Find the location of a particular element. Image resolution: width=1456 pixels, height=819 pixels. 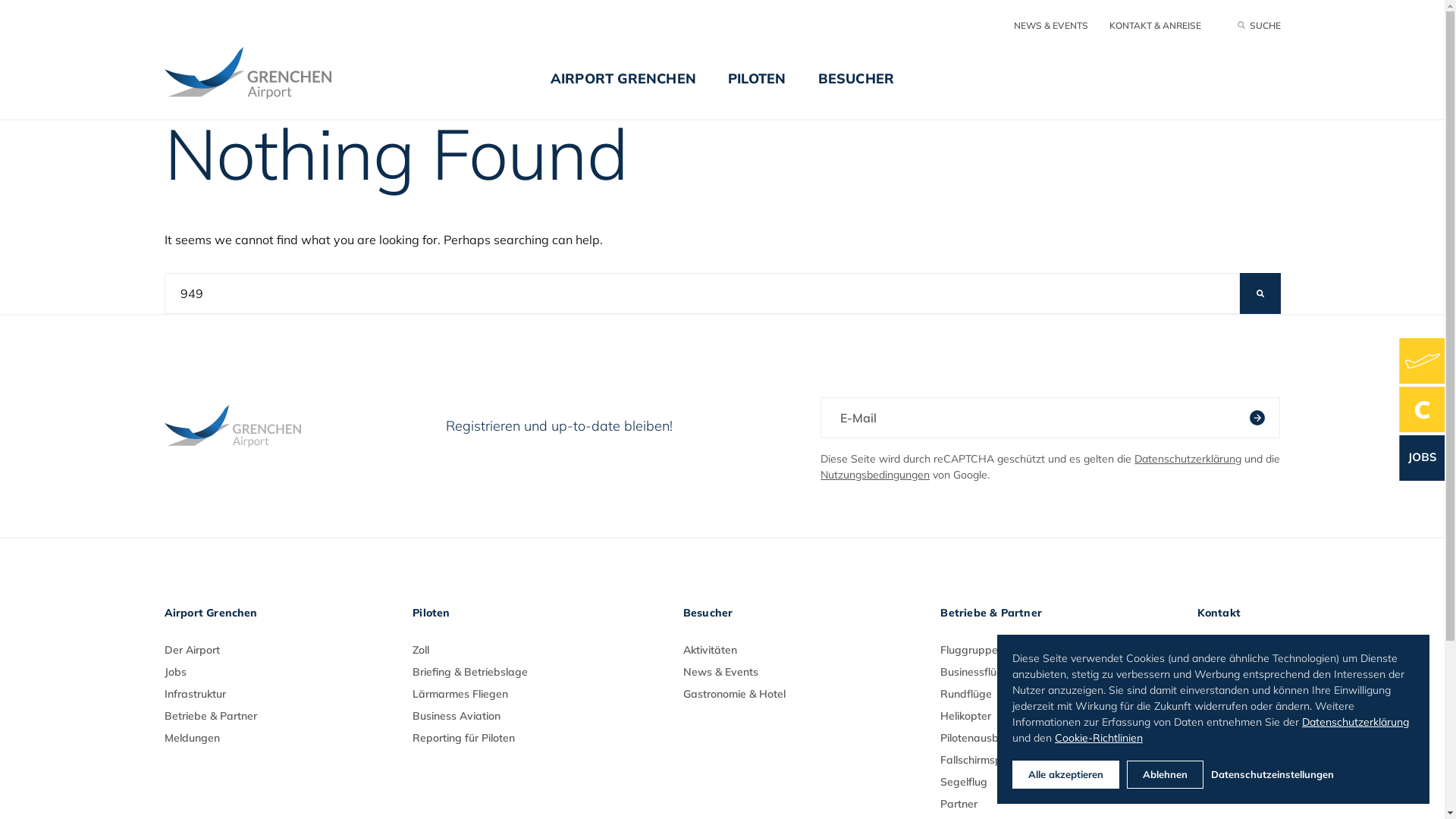

'Segelflug' is located at coordinates (939, 781).